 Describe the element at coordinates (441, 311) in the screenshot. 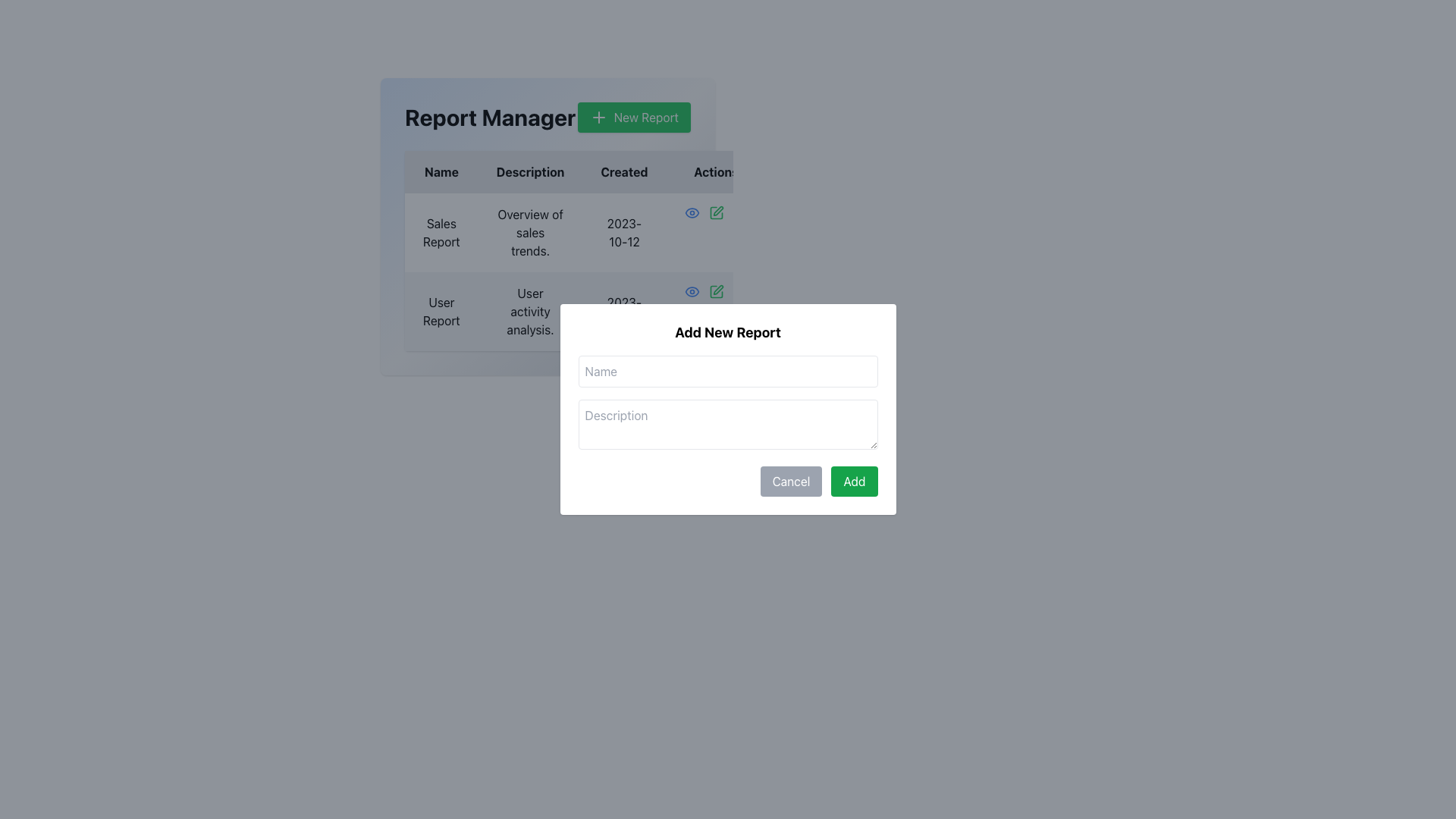

I see `the static text element labeled 'User Report' located in the leftmost column of the table row` at that location.